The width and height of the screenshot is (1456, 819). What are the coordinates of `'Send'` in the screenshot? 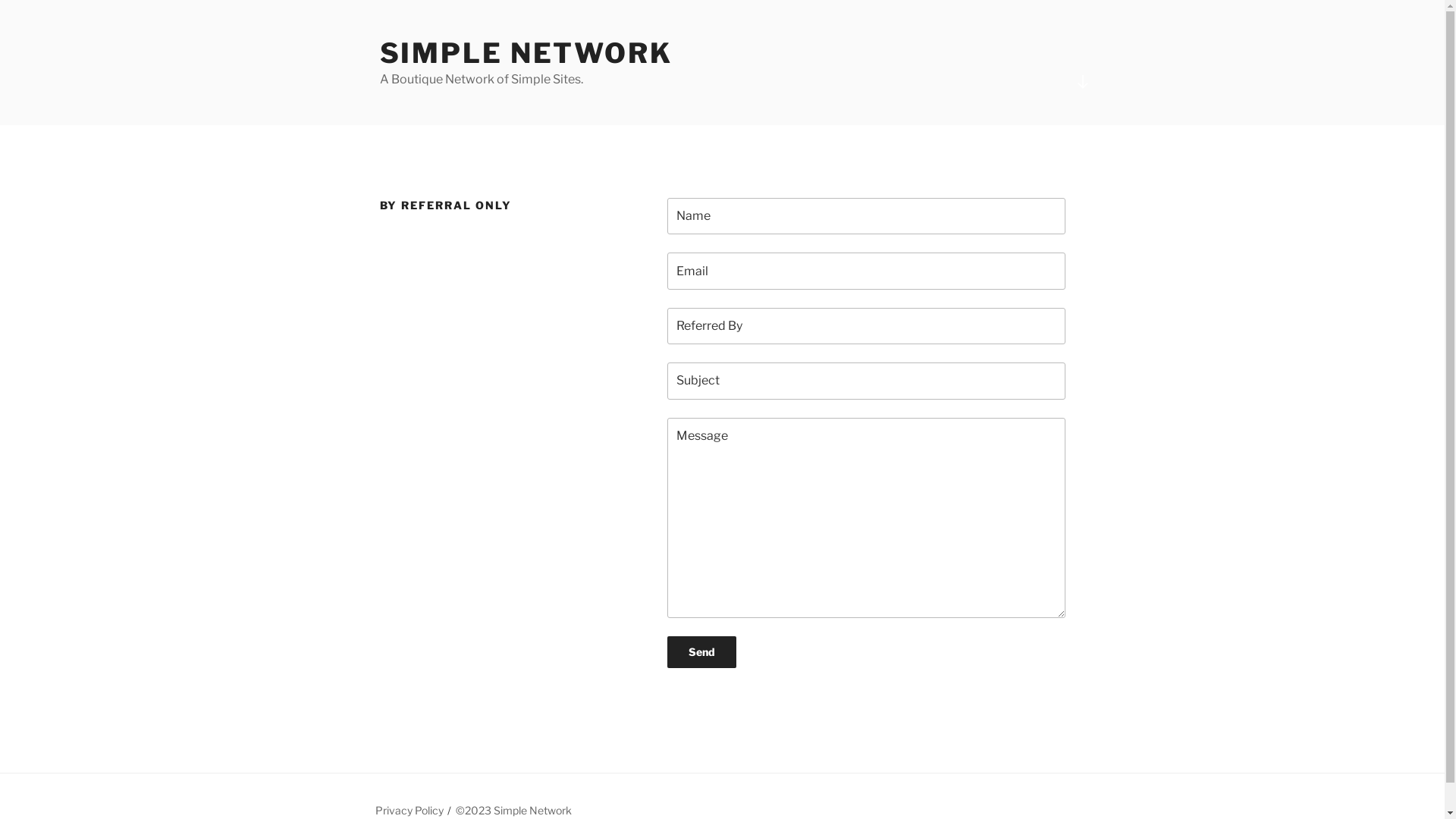 It's located at (701, 651).